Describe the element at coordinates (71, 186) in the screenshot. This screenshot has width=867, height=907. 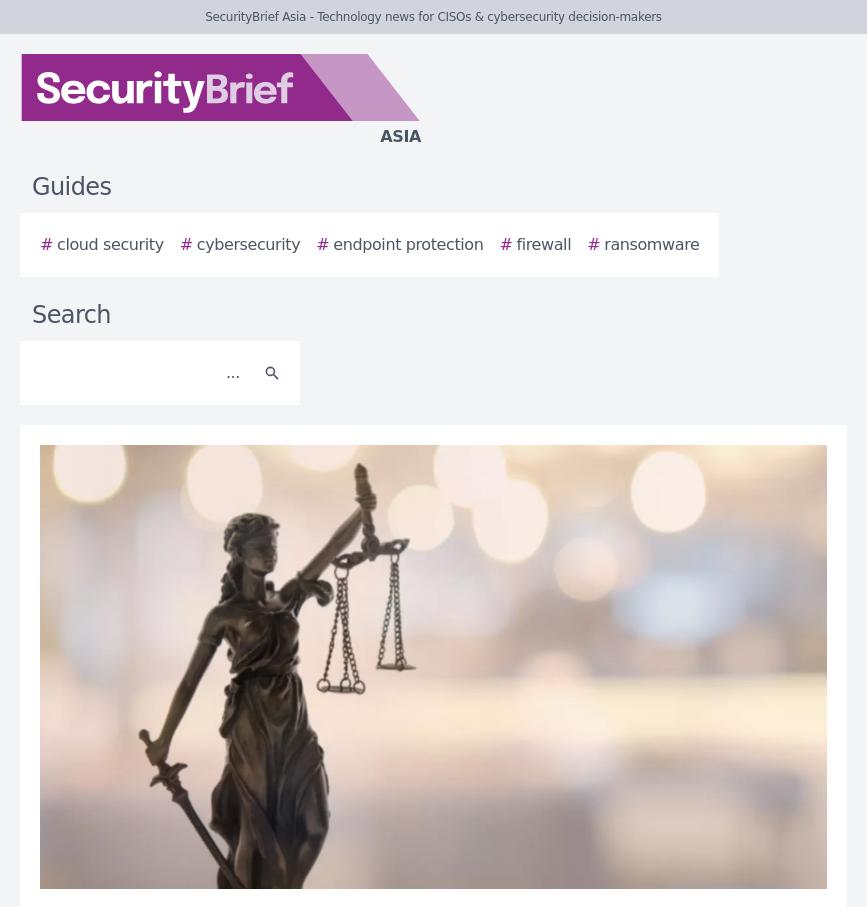
I see `'Guides'` at that location.